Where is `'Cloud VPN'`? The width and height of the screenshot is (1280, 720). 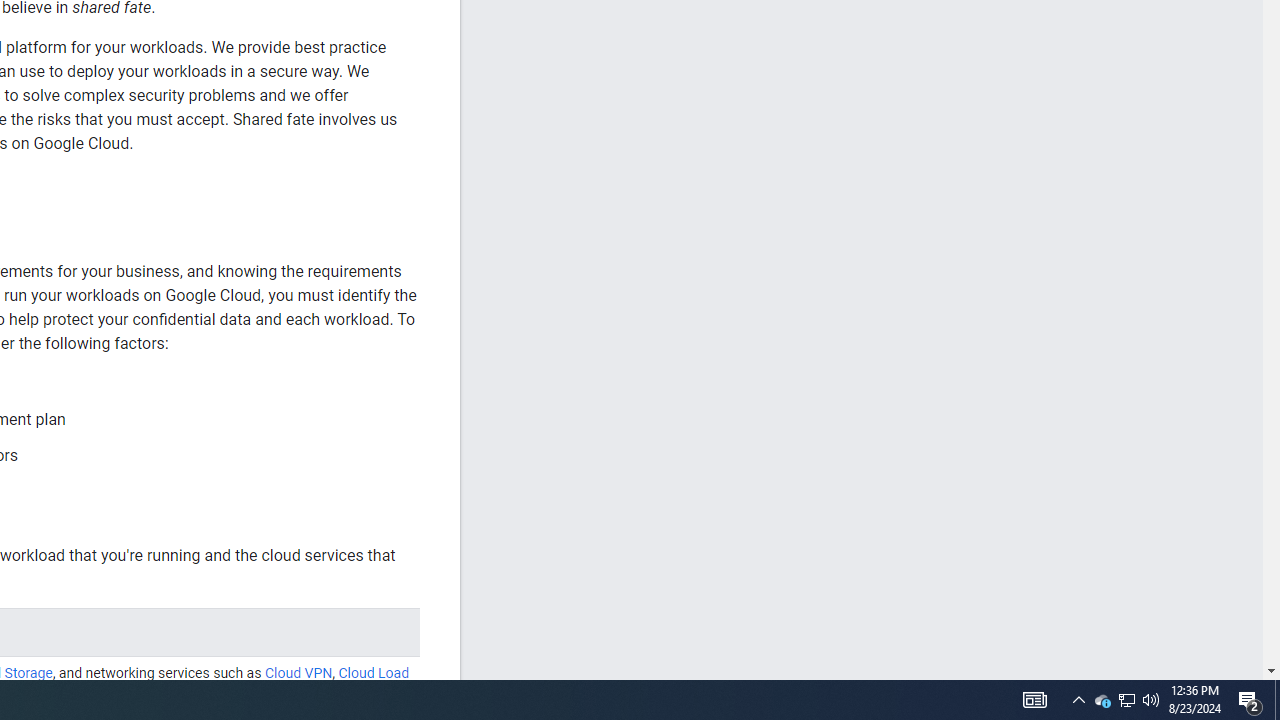
'Cloud VPN' is located at coordinates (297, 673).